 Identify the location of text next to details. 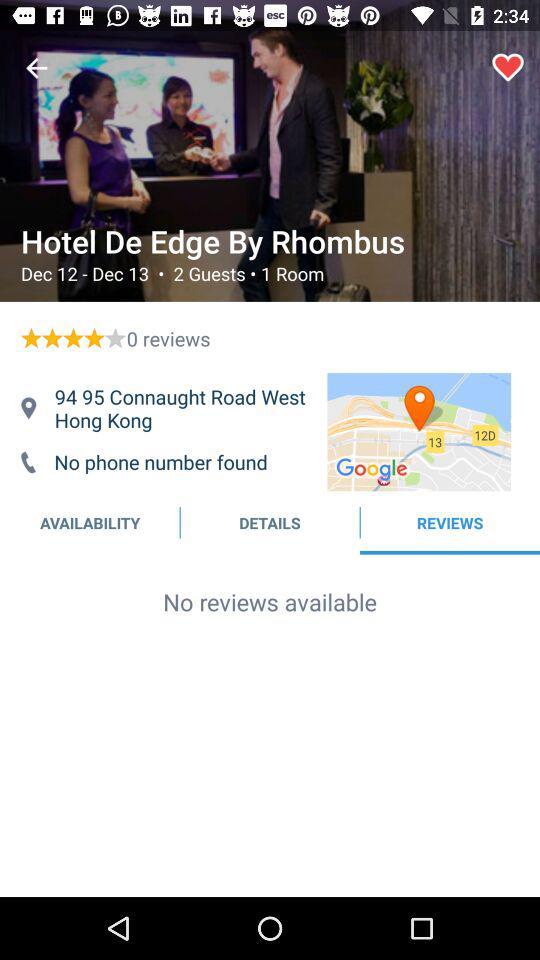
(449, 522).